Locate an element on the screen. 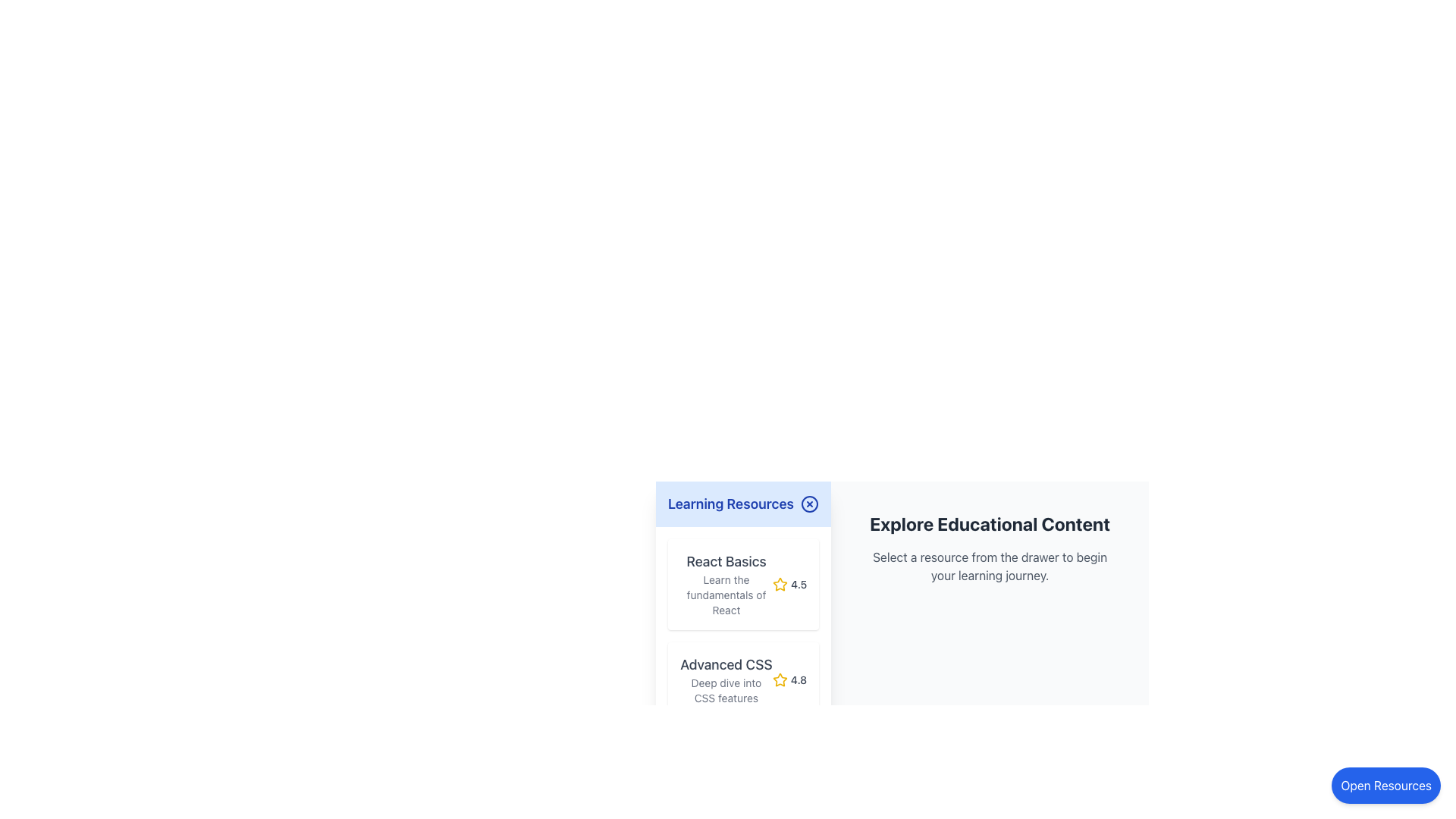  the informative Text label that provides a summary about 'React Basics', located in the 'Learning Resources' sidebar, positioned beneath the title and above the rating indicator is located at coordinates (726, 595).